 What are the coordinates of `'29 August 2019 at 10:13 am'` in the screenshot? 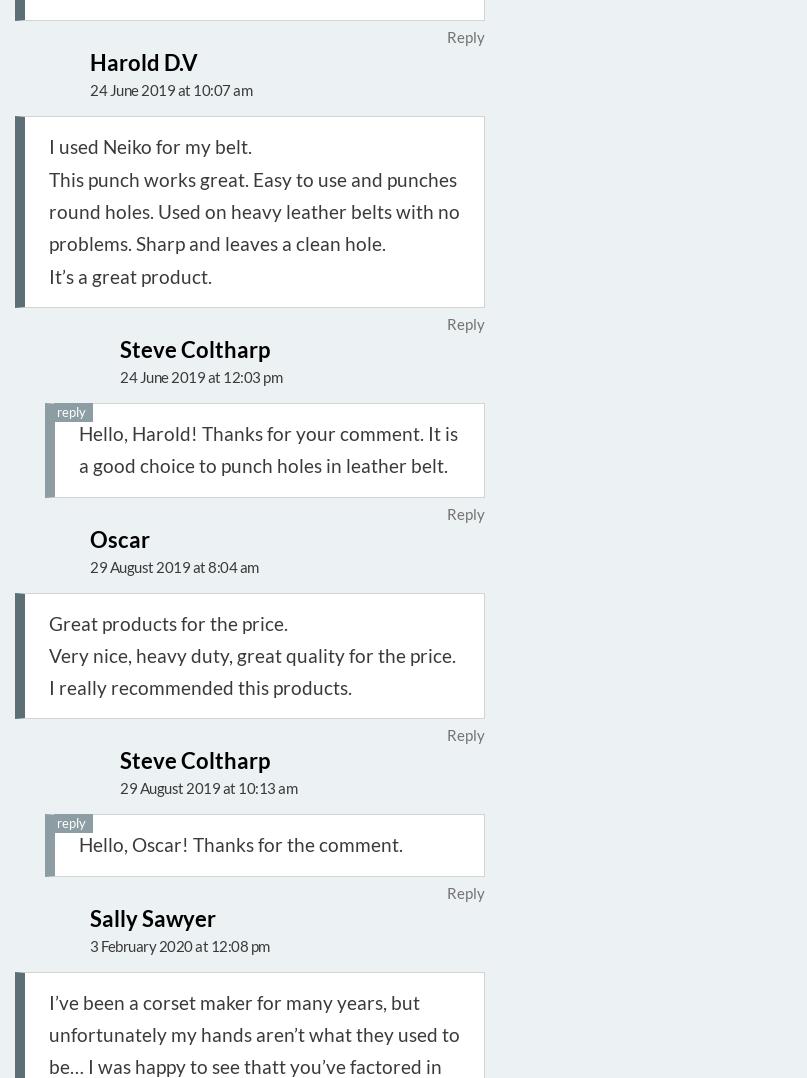 It's located at (119, 787).